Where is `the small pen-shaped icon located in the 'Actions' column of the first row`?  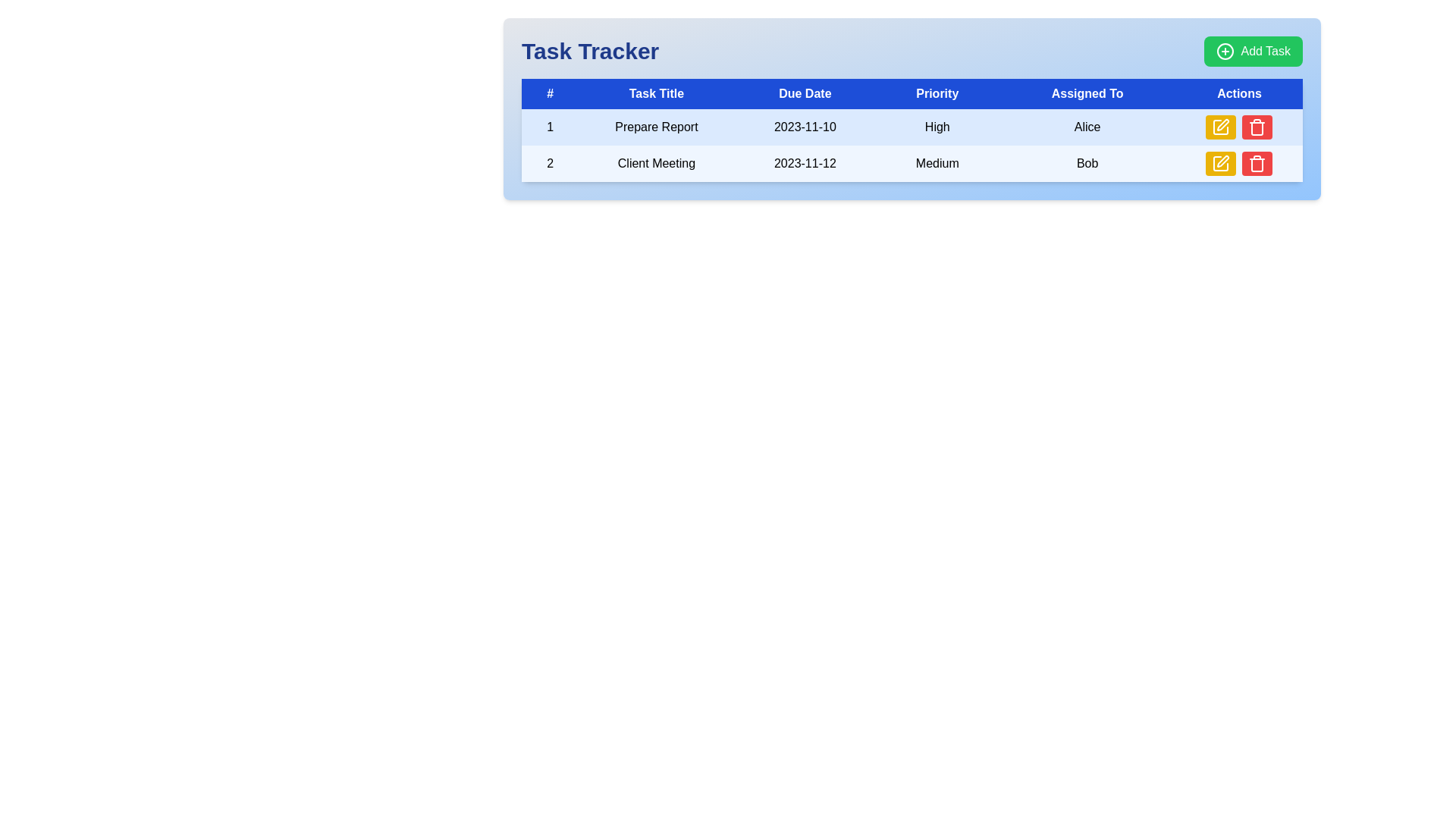
the small pen-shaped icon located in the 'Actions' column of the first row is located at coordinates (1223, 124).